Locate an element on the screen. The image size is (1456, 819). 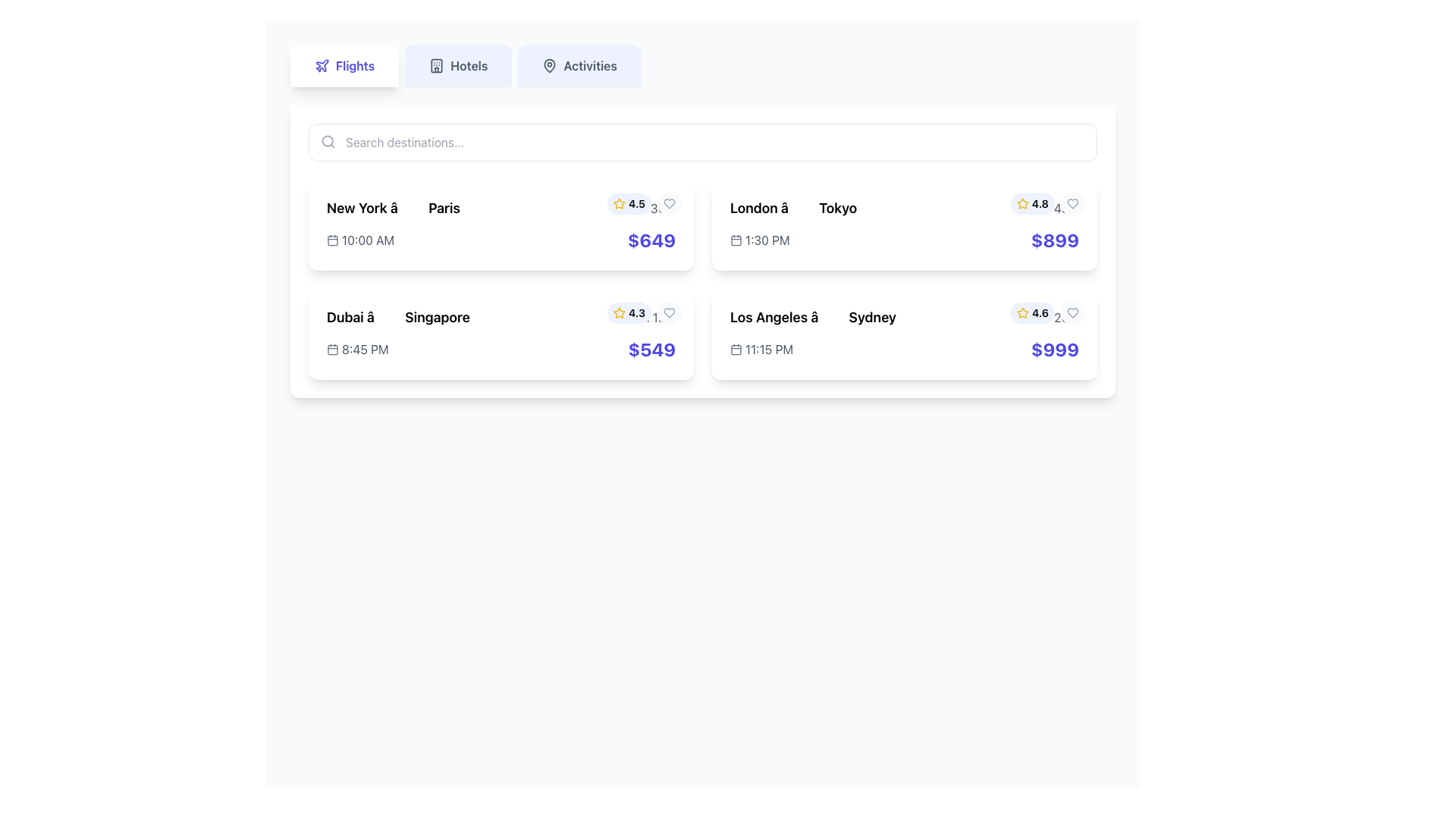
text of the price label displaying the flight cost, located near the right edge of the first card in the top row, just below the time '10:00 AM' is located at coordinates (651, 239).